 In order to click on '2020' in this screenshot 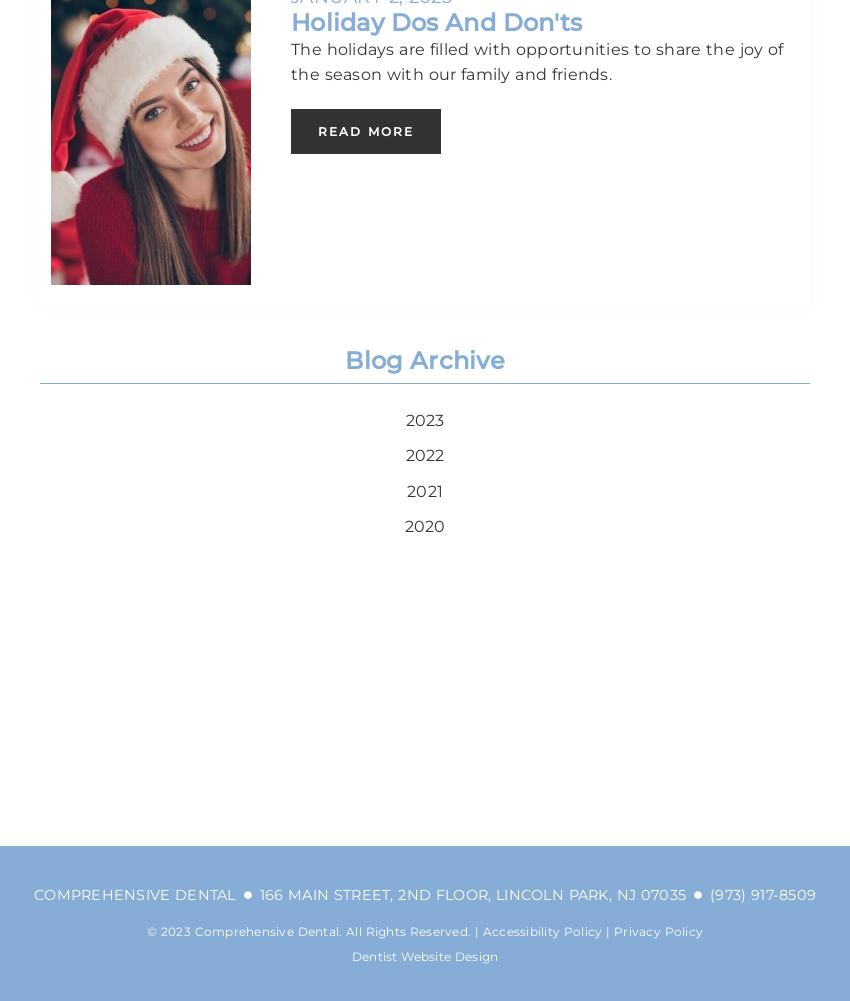, I will do `click(424, 525)`.